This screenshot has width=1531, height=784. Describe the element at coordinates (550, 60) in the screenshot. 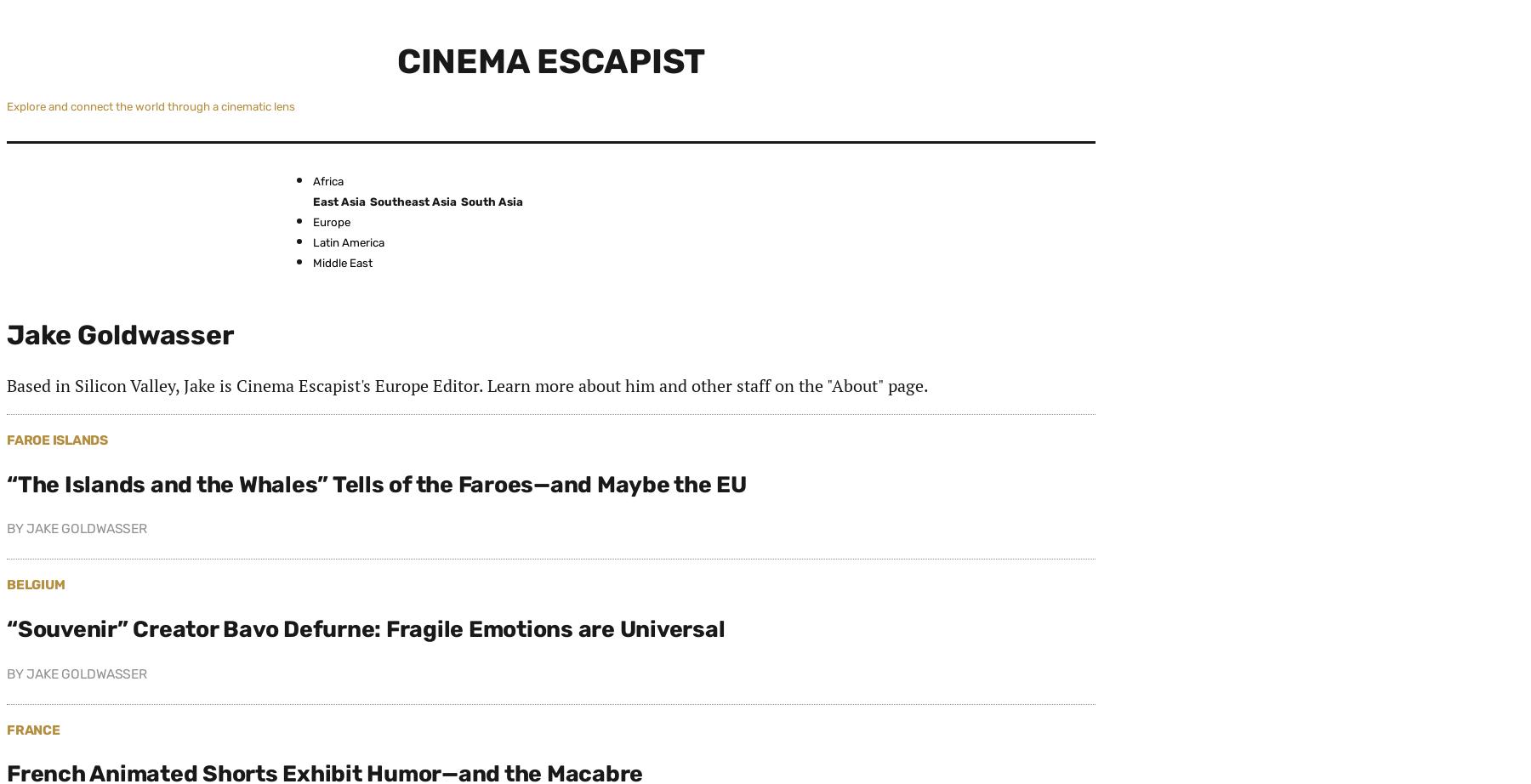

I see `'Cinema Escapist'` at that location.